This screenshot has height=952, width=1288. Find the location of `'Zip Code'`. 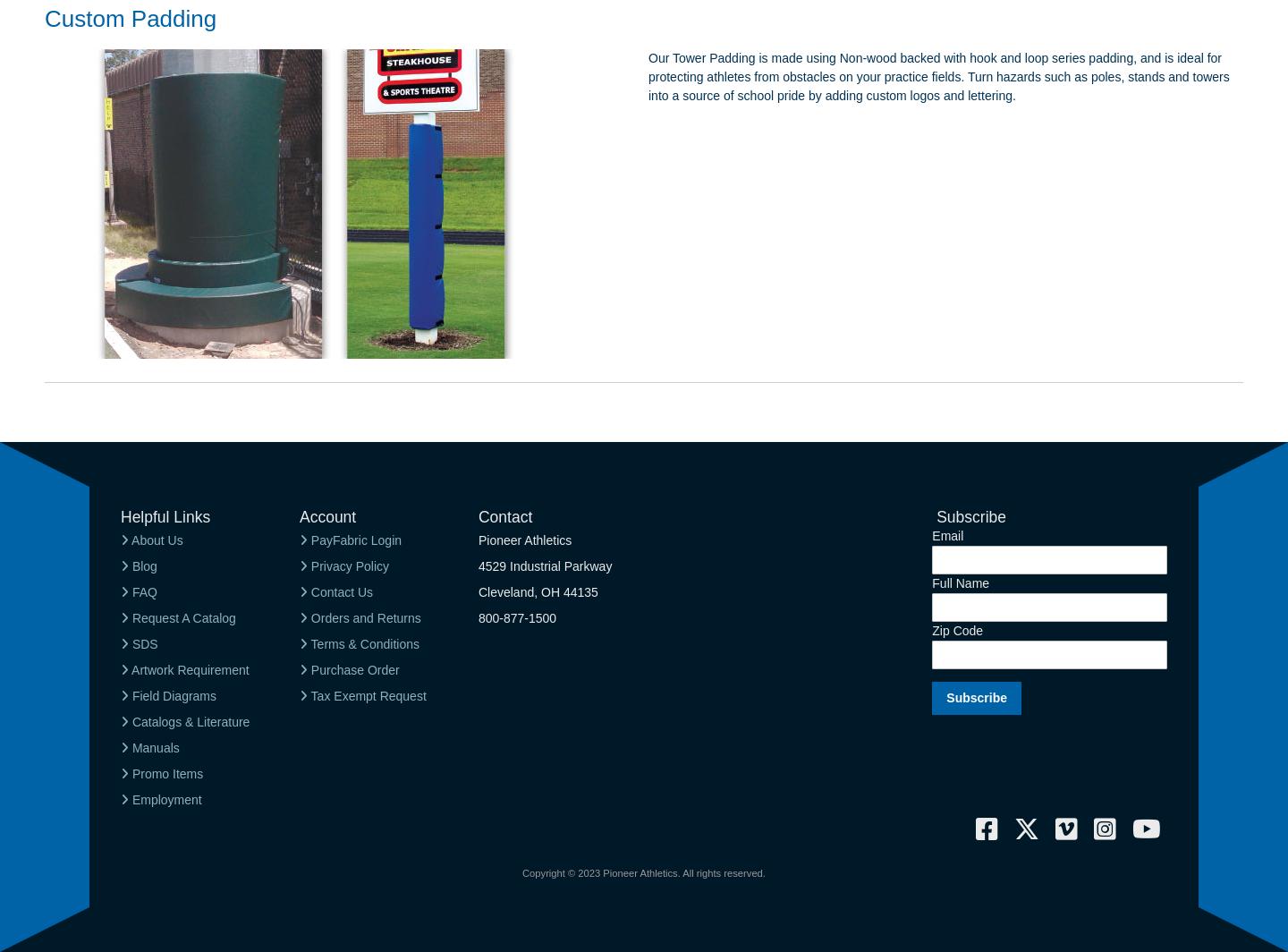

'Zip Code' is located at coordinates (931, 630).